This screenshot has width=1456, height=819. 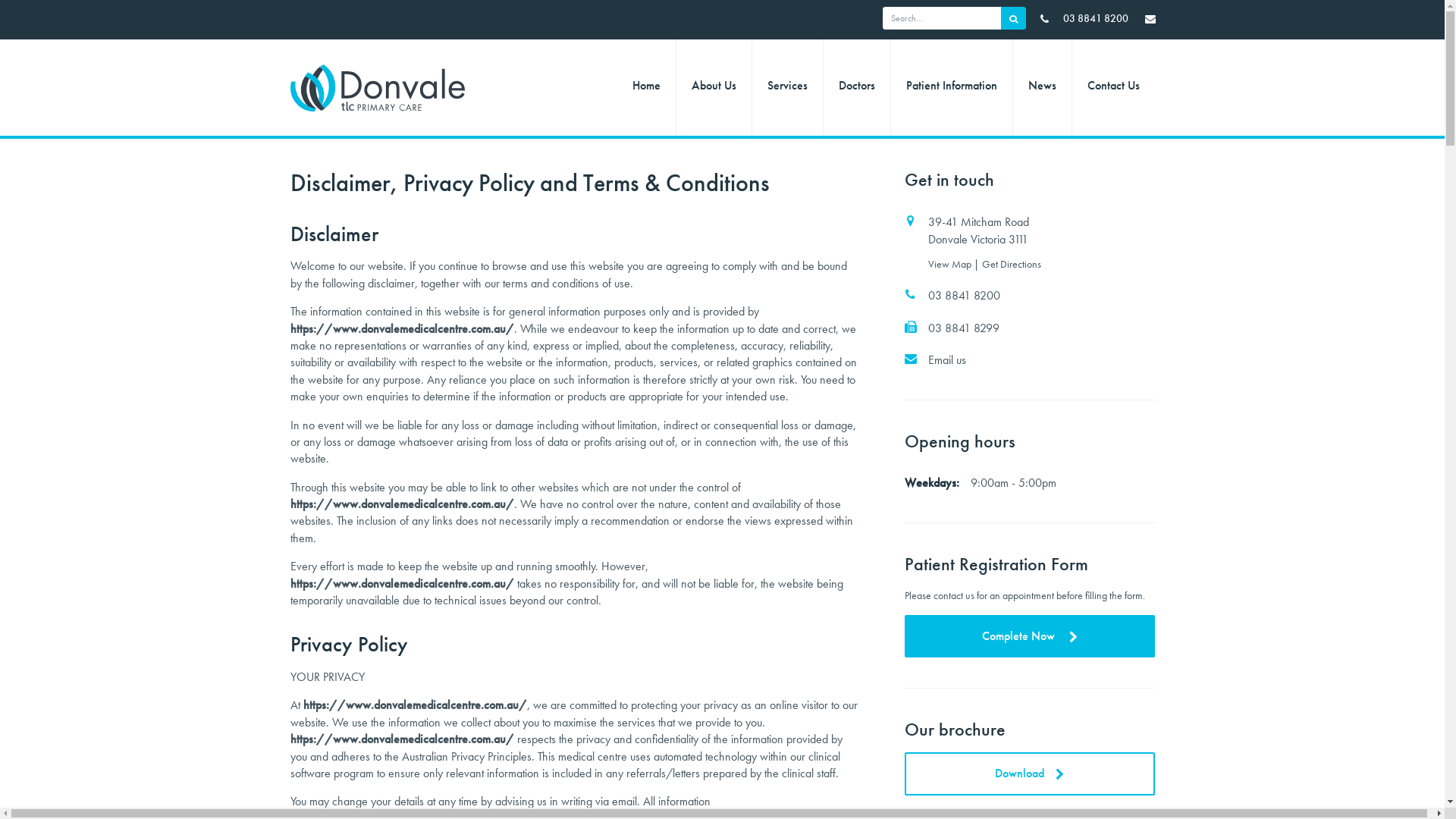 What do you see at coordinates (1087, 87) in the screenshot?
I see `'Contact Us'` at bounding box center [1087, 87].